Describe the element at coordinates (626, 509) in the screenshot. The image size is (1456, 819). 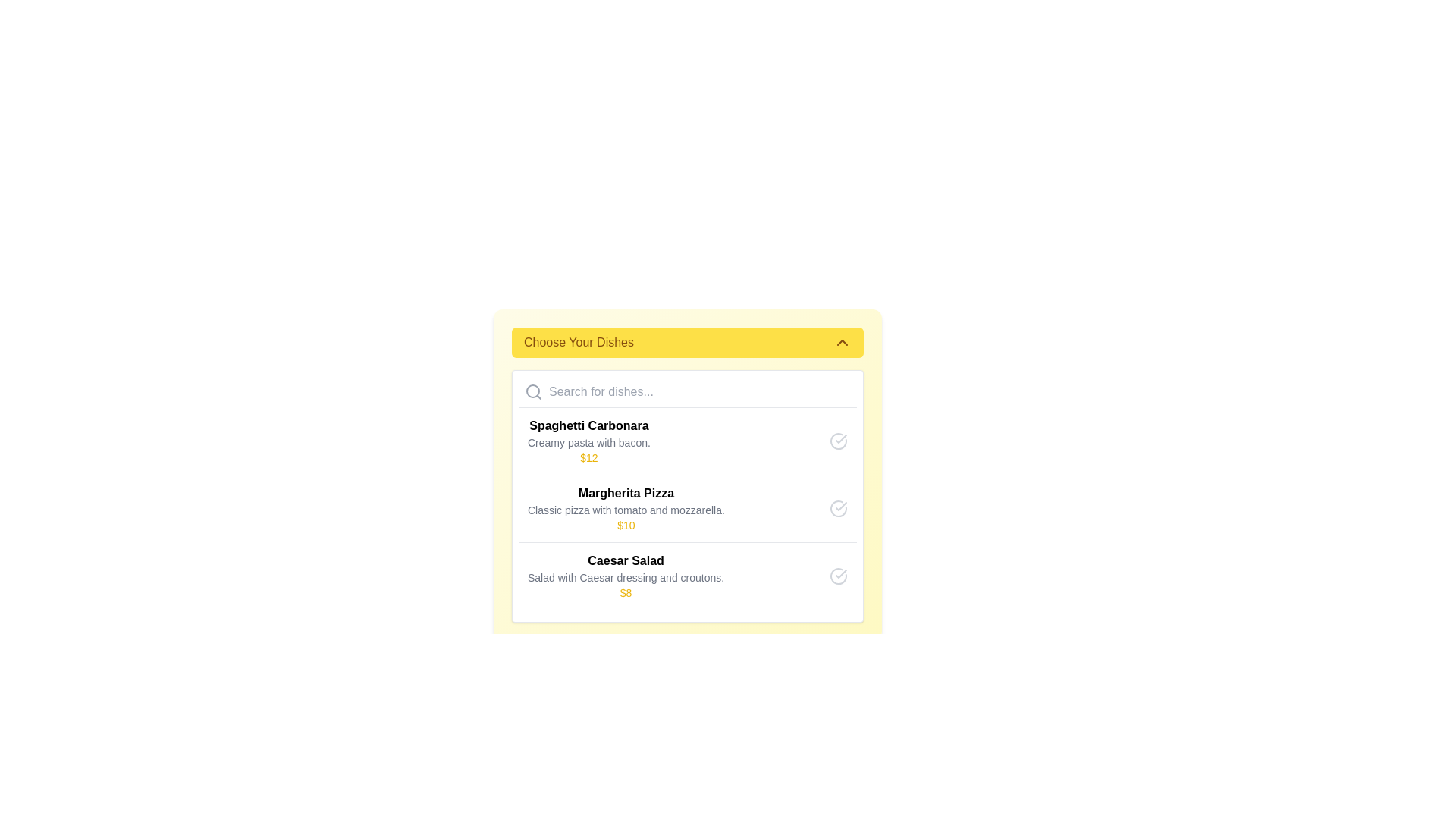
I see `the List Item element displaying 'Margherita Pizza'` at that location.